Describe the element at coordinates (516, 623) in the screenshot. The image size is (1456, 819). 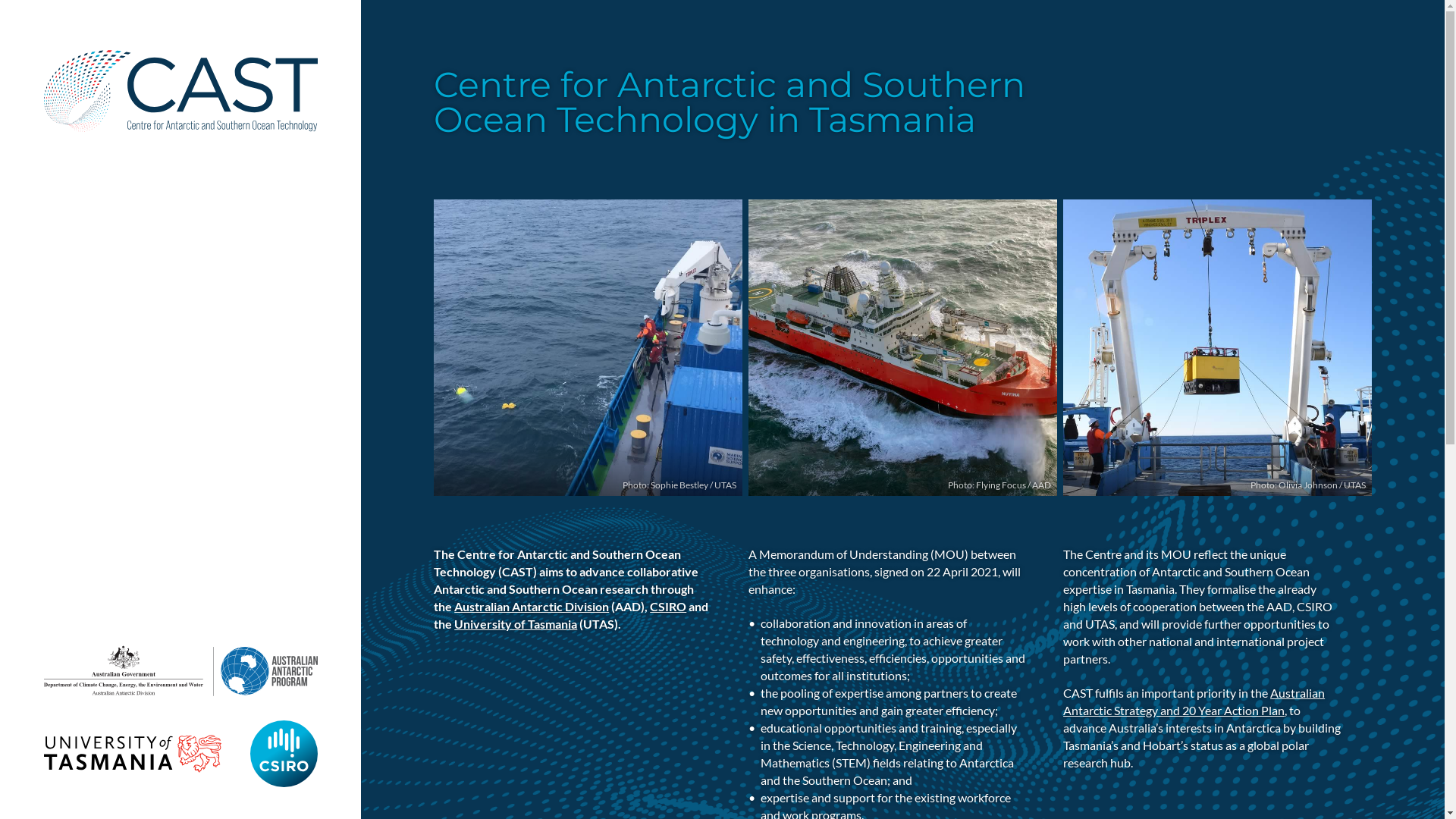
I see `'University of Tasmania'` at that location.